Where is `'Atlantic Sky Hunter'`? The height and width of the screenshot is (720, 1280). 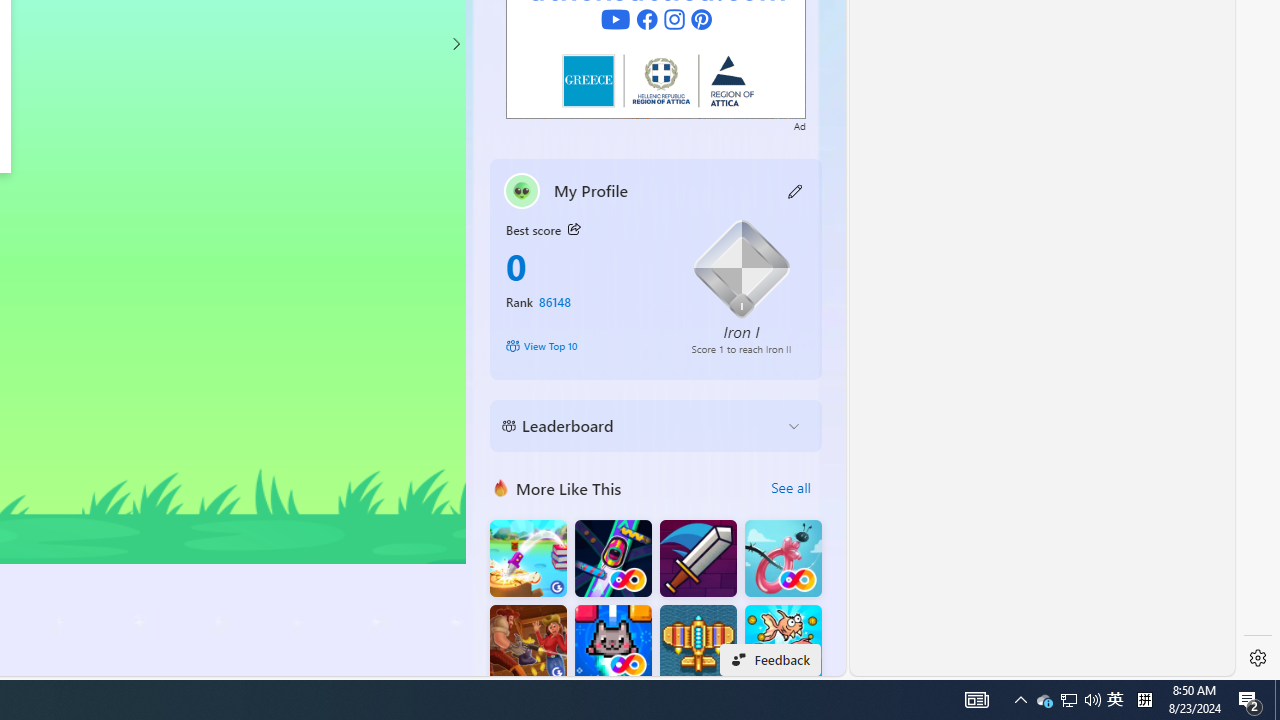
'Atlantic Sky Hunter' is located at coordinates (698, 643).